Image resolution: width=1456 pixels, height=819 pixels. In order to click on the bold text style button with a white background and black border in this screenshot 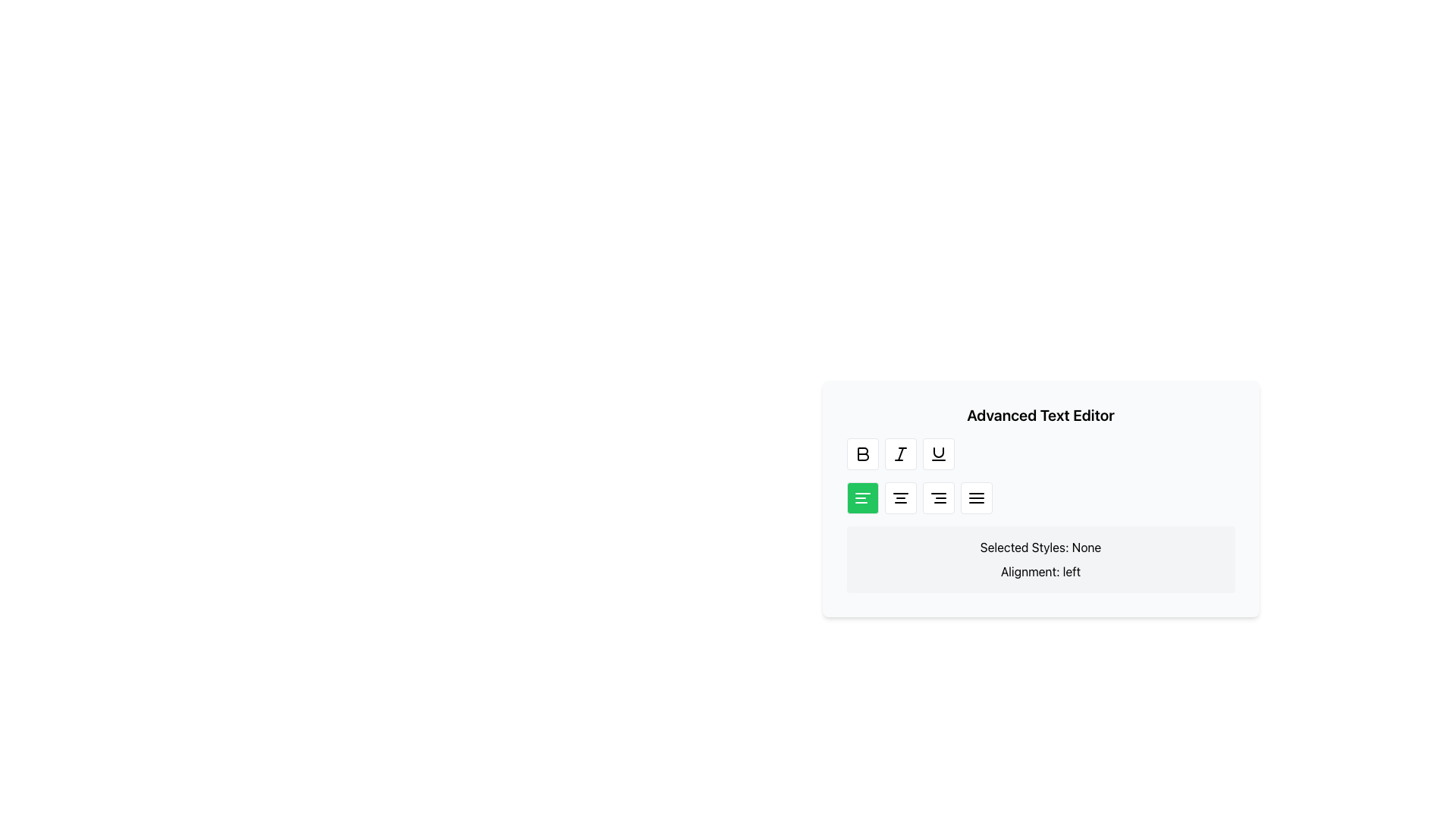, I will do `click(862, 453)`.